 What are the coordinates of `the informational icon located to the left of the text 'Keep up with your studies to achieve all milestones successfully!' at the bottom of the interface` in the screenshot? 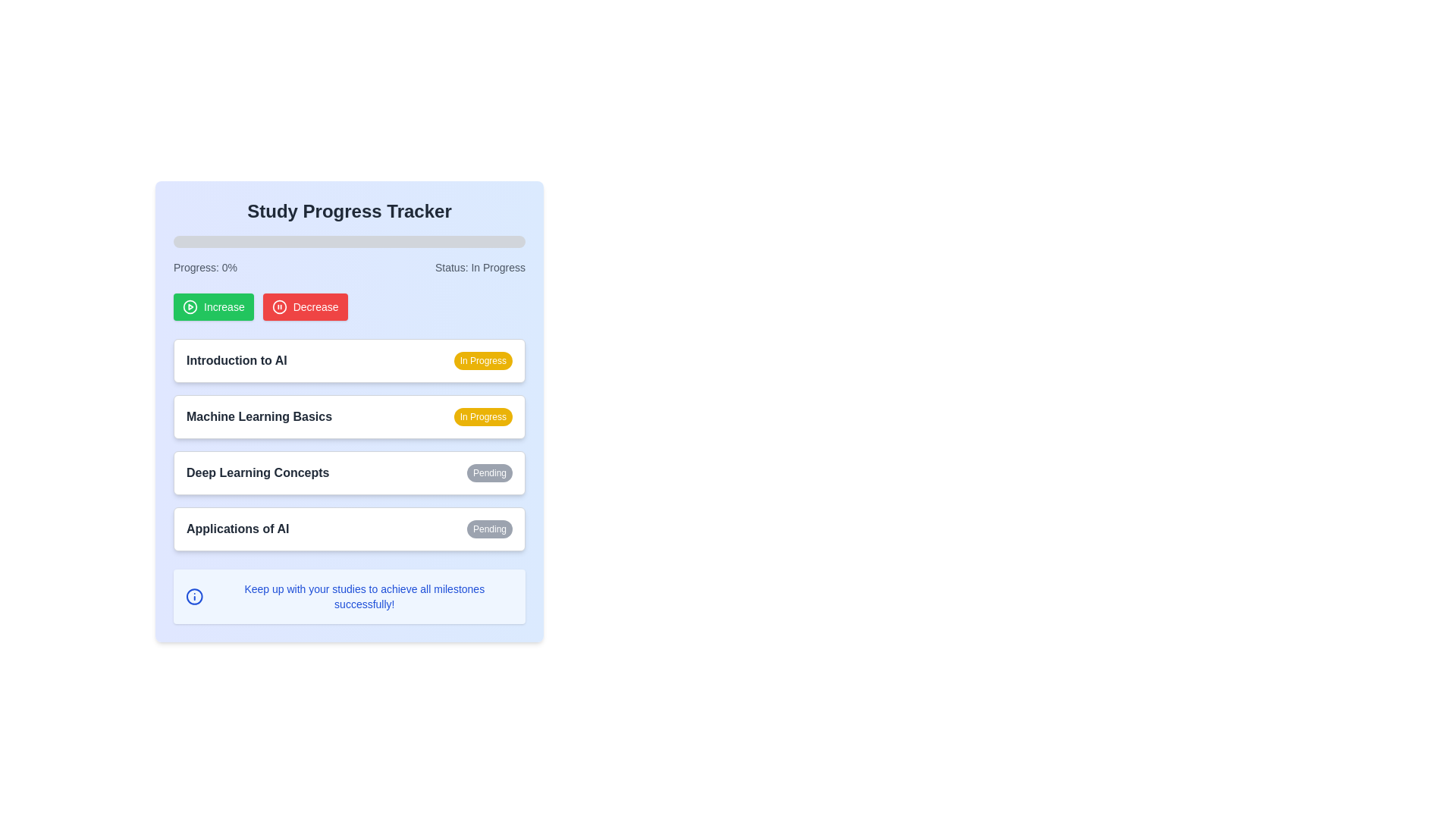 It's located at (193, 595).